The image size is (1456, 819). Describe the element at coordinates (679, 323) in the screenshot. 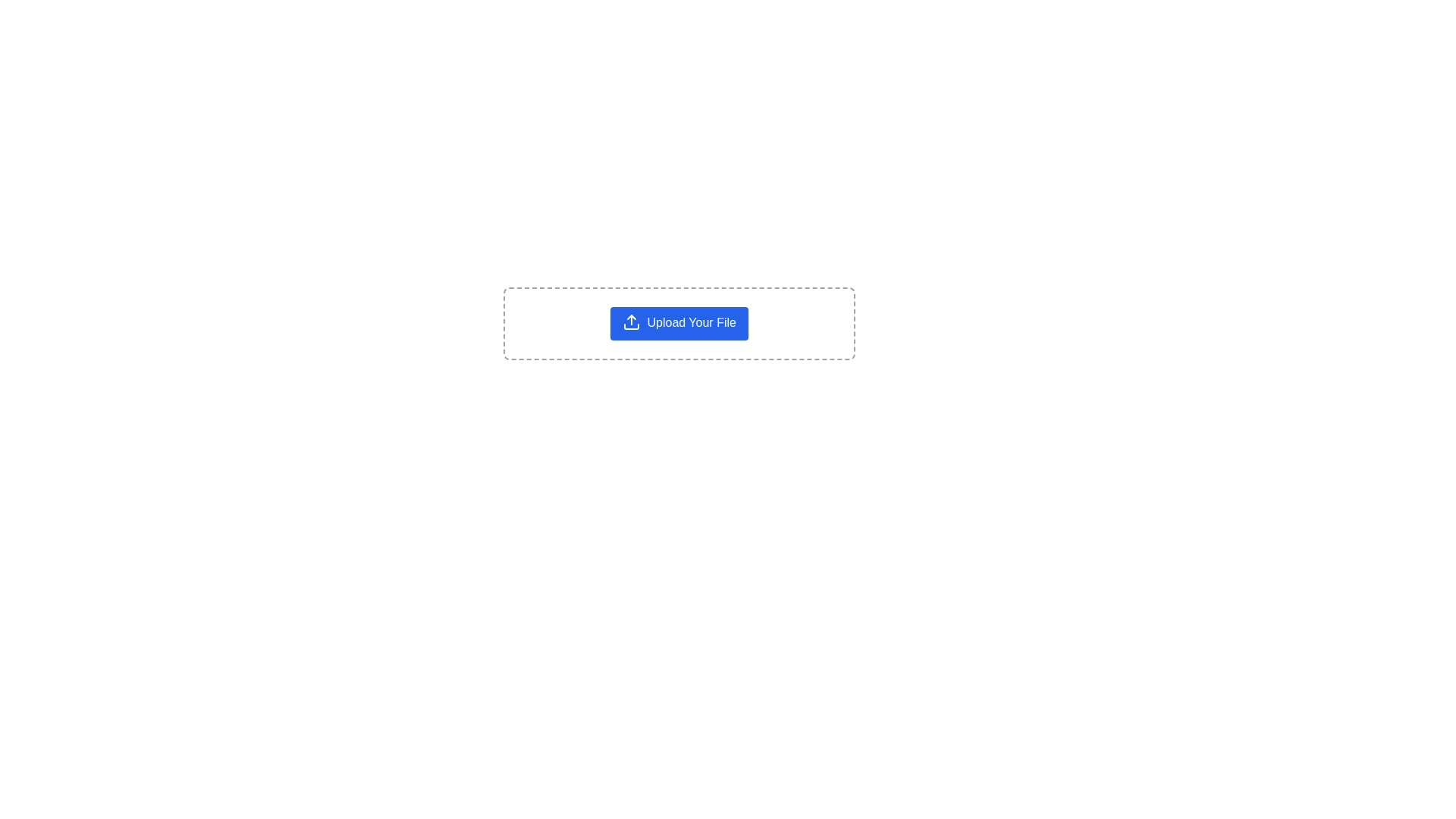

I see `the file upload button, which is centrally positioned in a bordered, dotted-line rectangle with rounded corners` at that location.